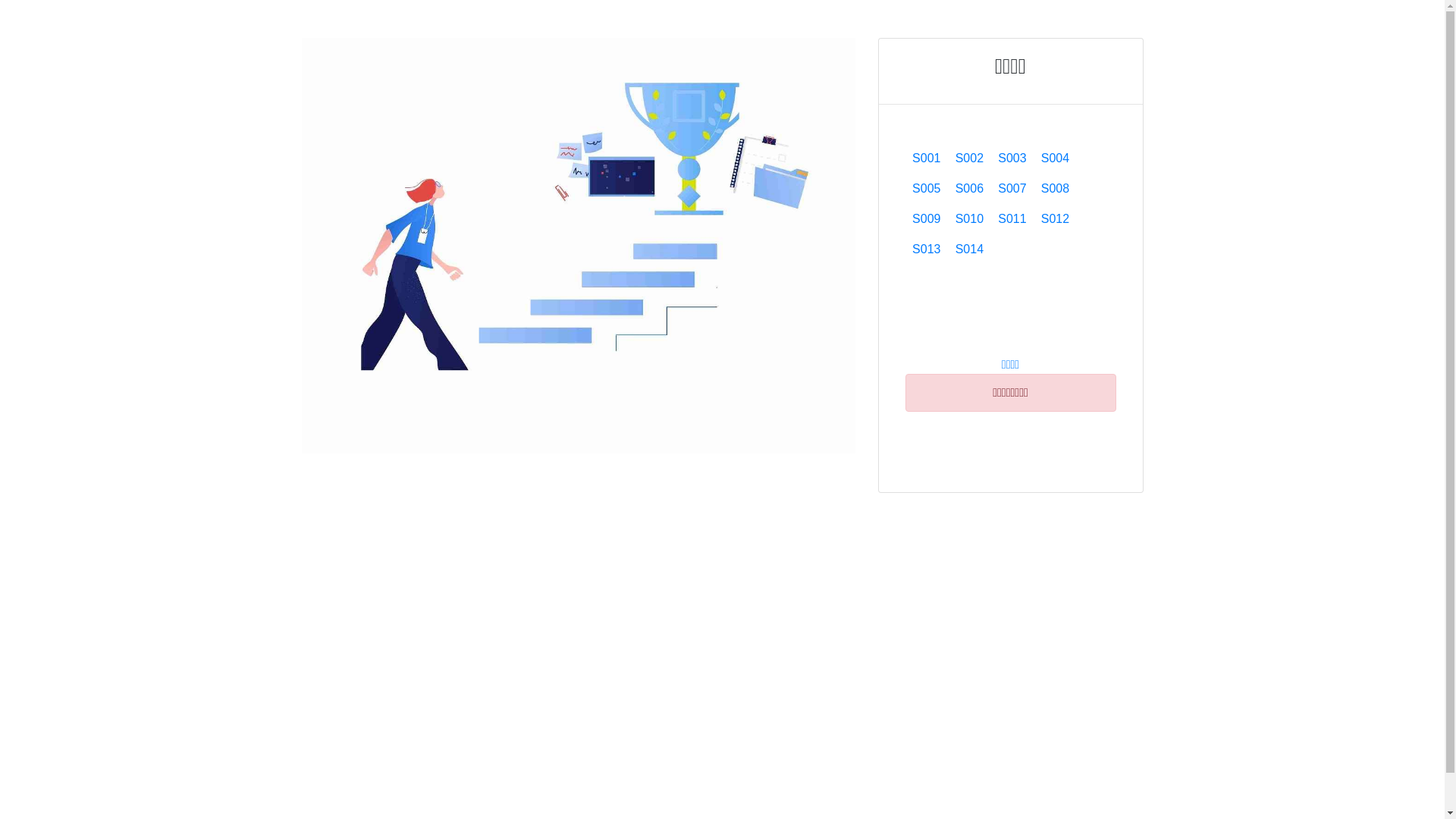 Image resolution: width=1456 pixels, height=819 pixels. I want to click on 'S010', so click(968, 219).